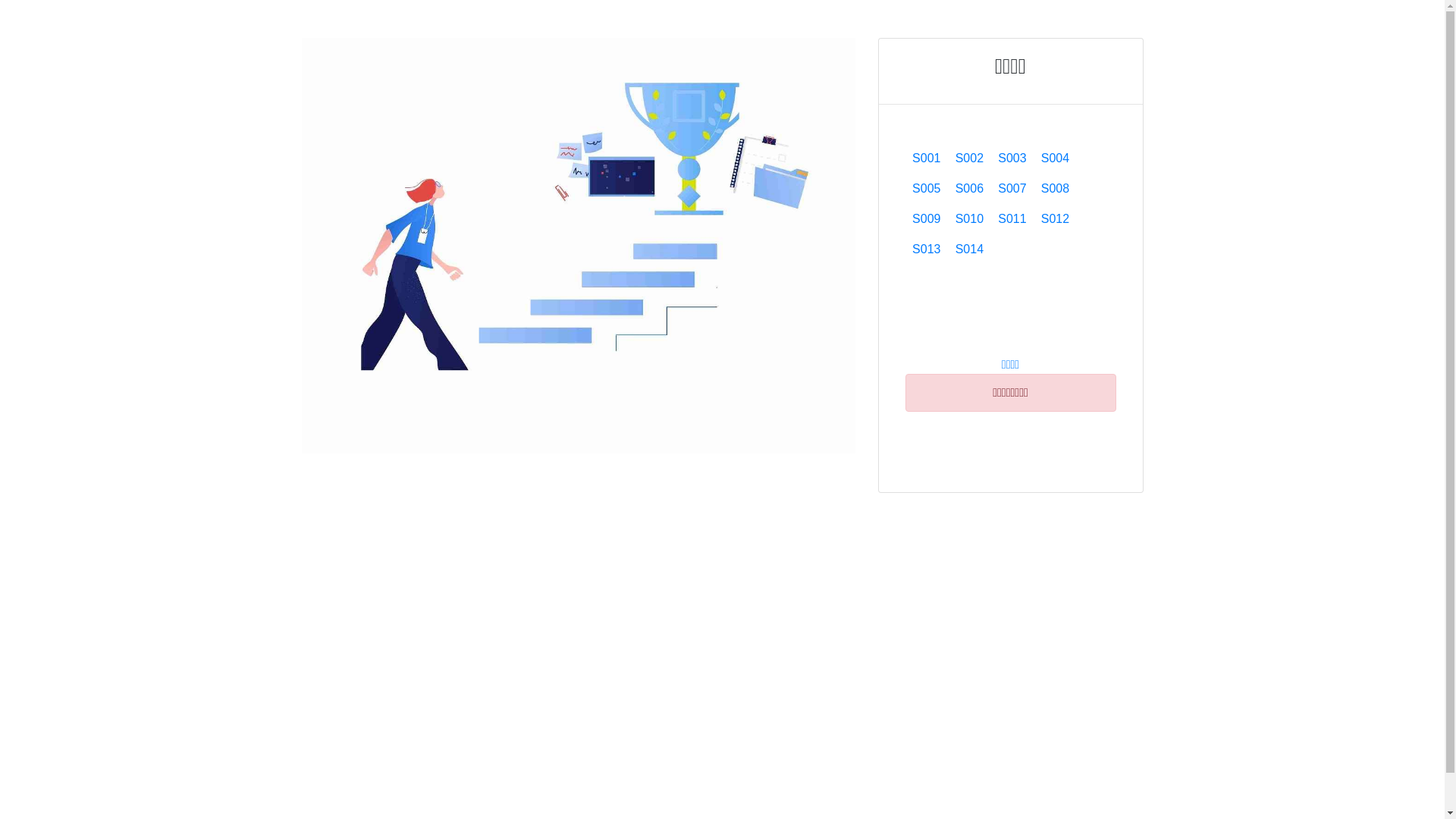 Image resolution: width=1456 pixels, height=819 pixels. I want to click on 'S010', so click(968, 219).